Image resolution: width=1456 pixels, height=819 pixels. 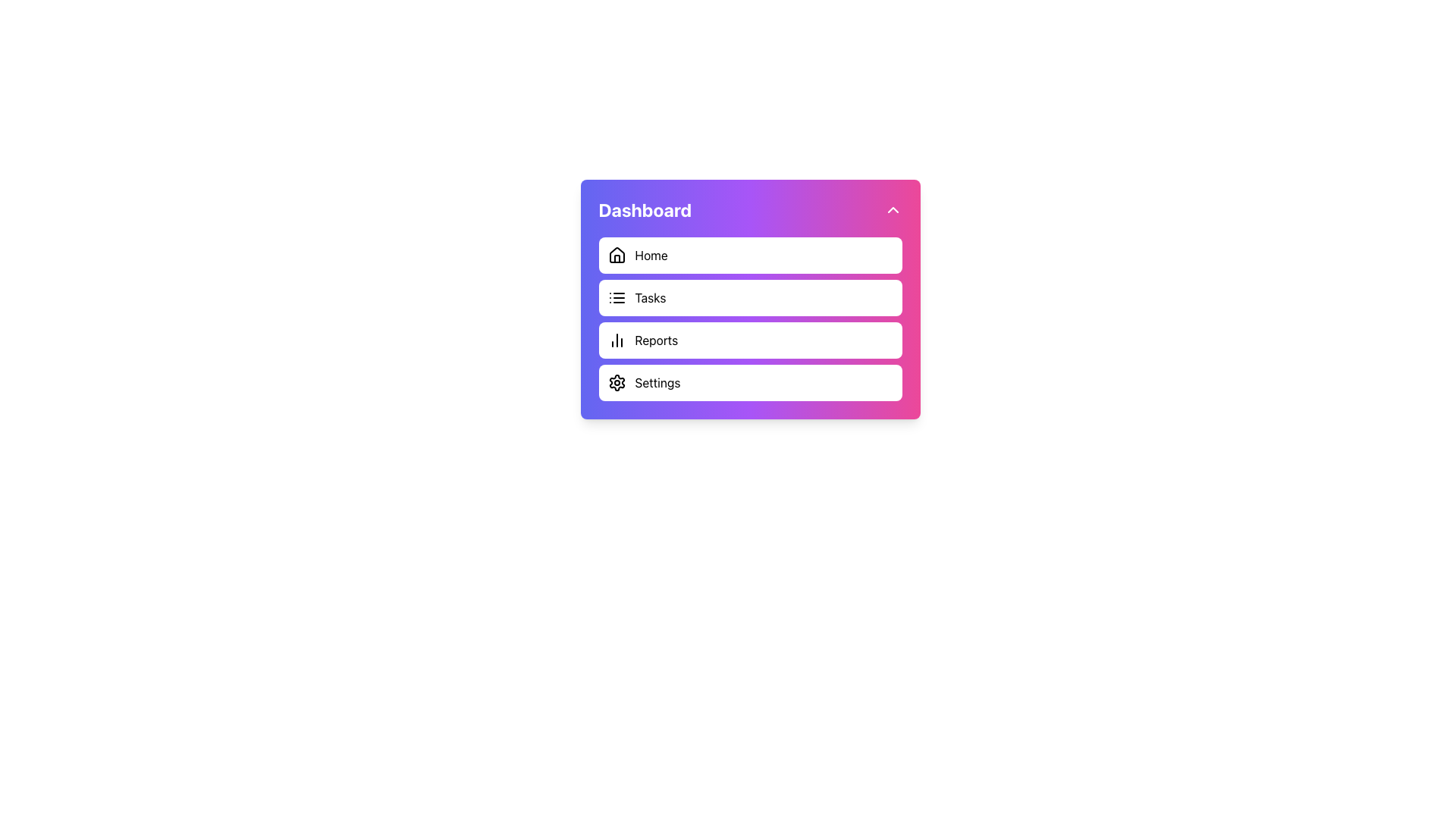 What do you see at coordinates (617, 258) in the screenshot?
I see `the vertical rectangular shape that represents the door line in the 'Home' icon within the dashboard box` at bounding box center [617, 258].